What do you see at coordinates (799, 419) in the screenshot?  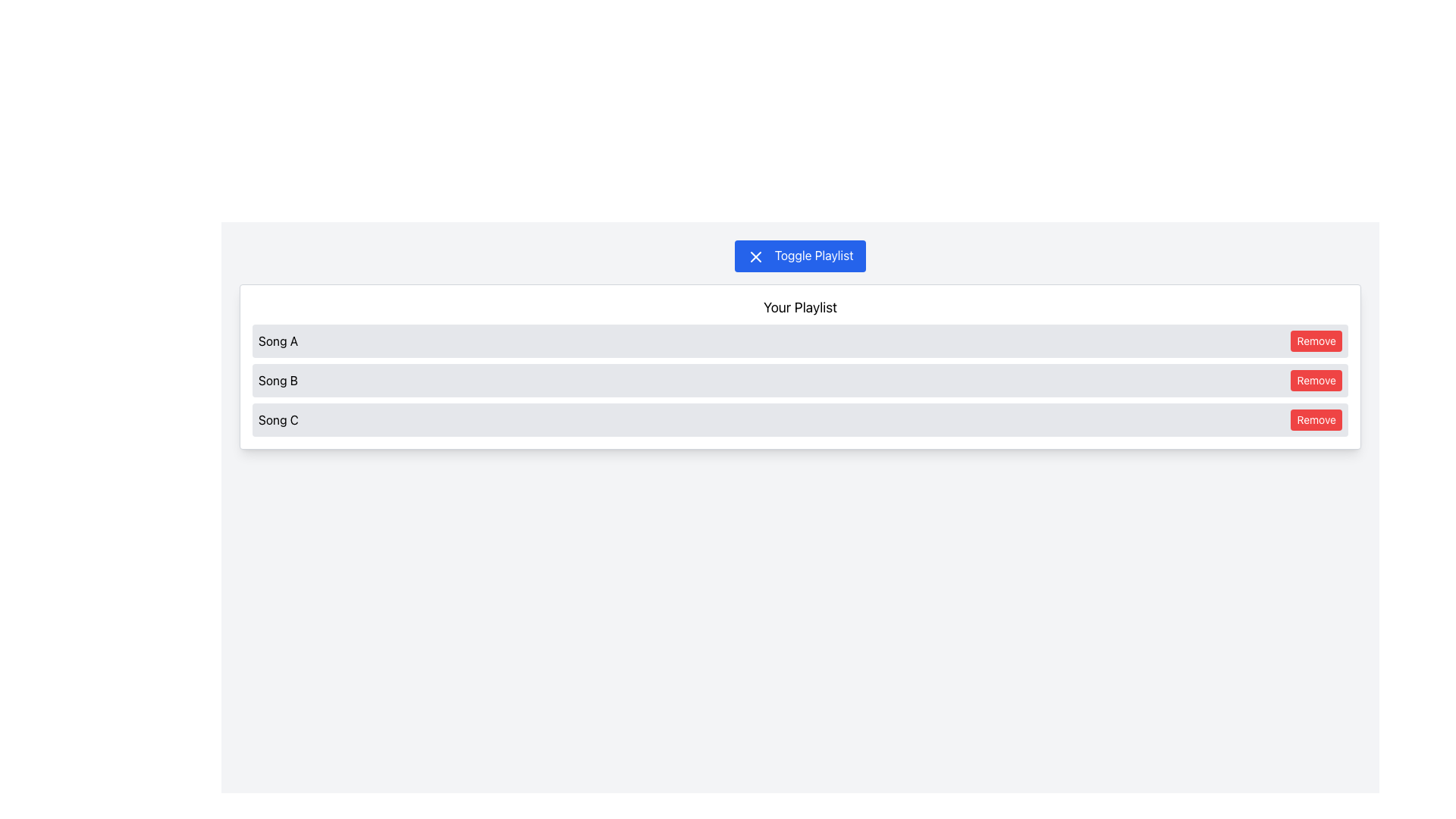 I see `the List entry with action button that contains the text label 'Song C' and the red button labeled 'Remove'` at bounding box center [799, 419].